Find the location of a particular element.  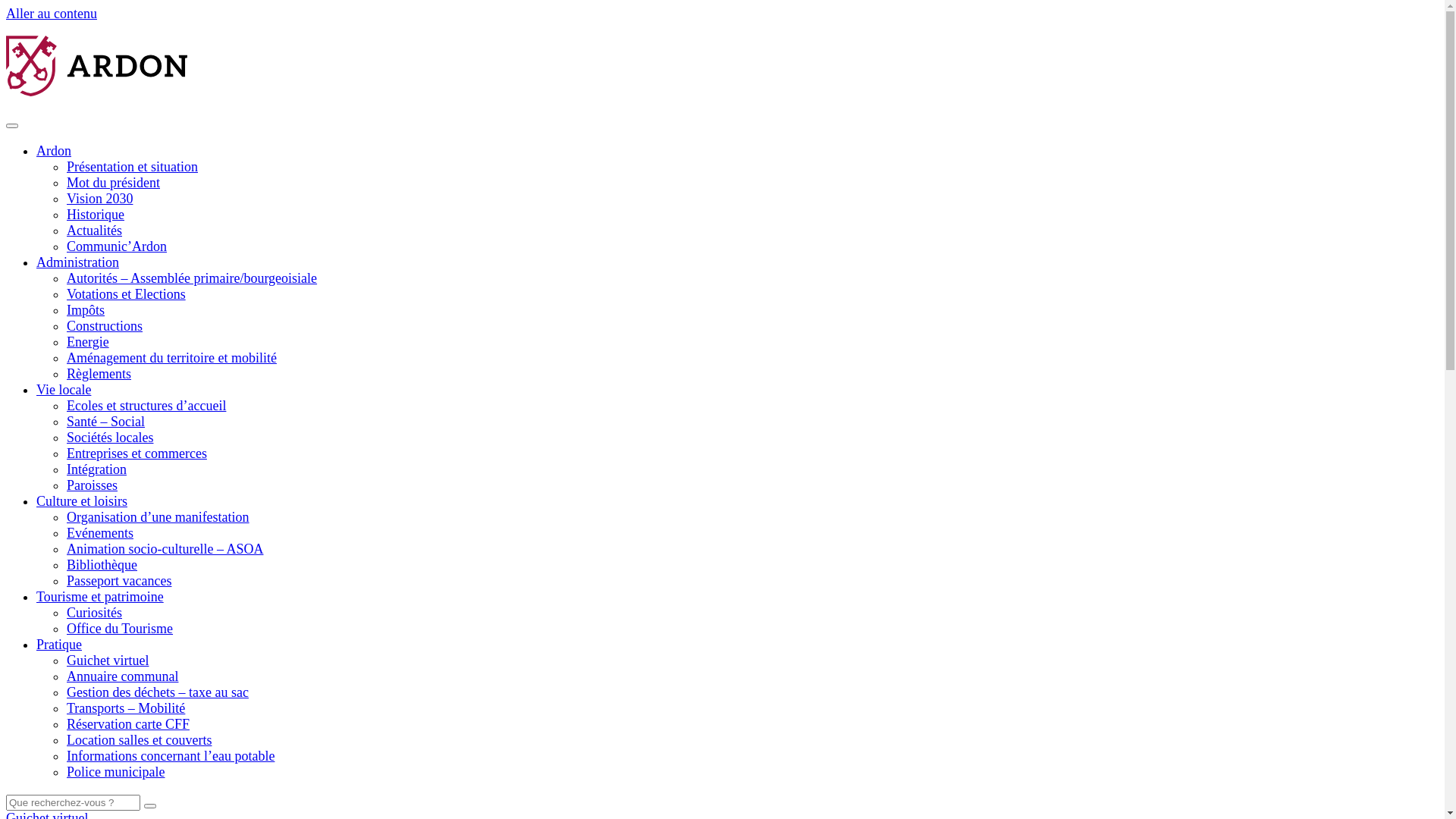

'Passeport vacances' is located at coordinates (65, 580).